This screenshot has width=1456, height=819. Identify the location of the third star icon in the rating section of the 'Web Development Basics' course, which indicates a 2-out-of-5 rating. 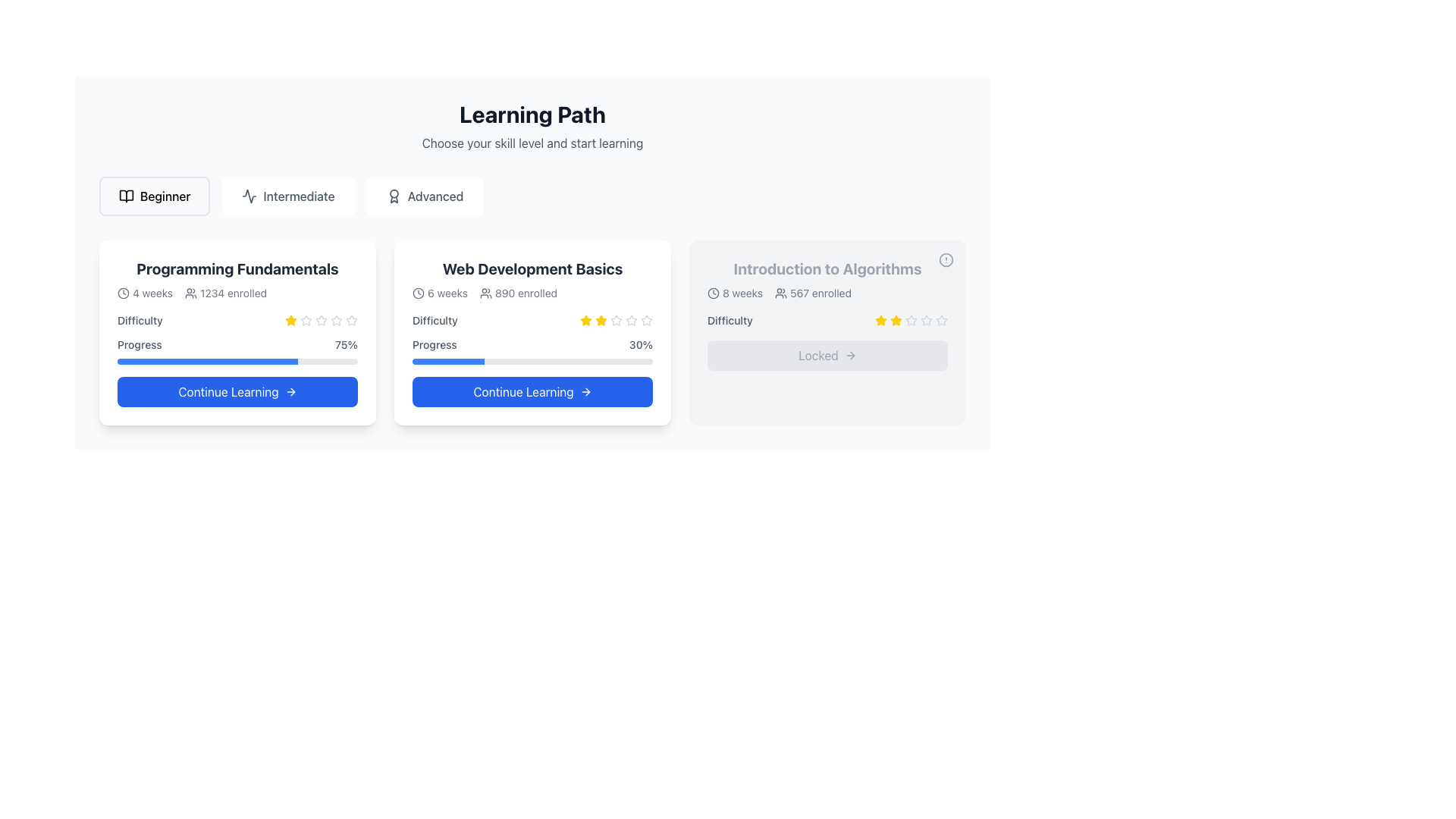
(600, 320).